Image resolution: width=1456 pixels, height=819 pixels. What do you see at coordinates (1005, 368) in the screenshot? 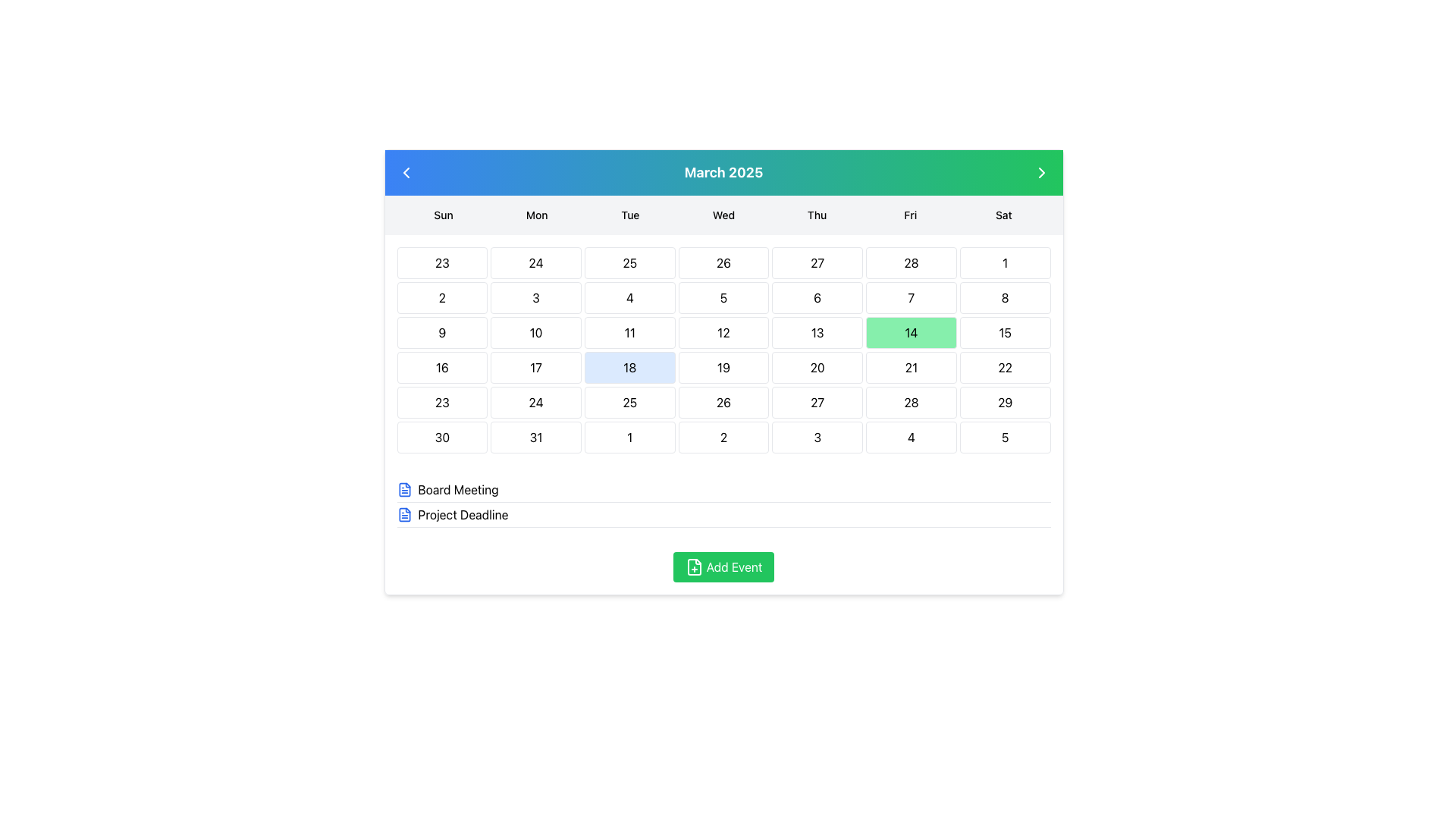
I see `the clickable calendar date button representing the date '22' in the calendar under the 'March 2025' heading` at bounding box center [1005, 368].